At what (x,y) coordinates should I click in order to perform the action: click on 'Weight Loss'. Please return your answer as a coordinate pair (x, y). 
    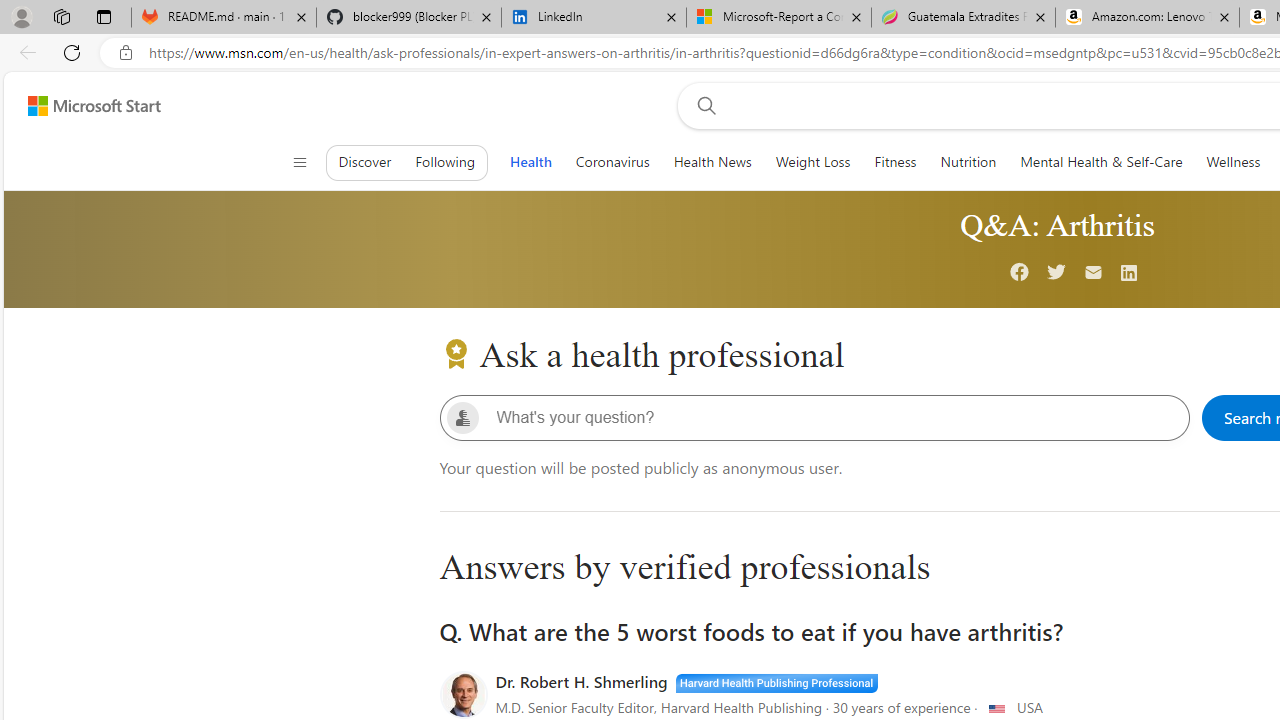
    Looking at the image, I should click on (812, 161).